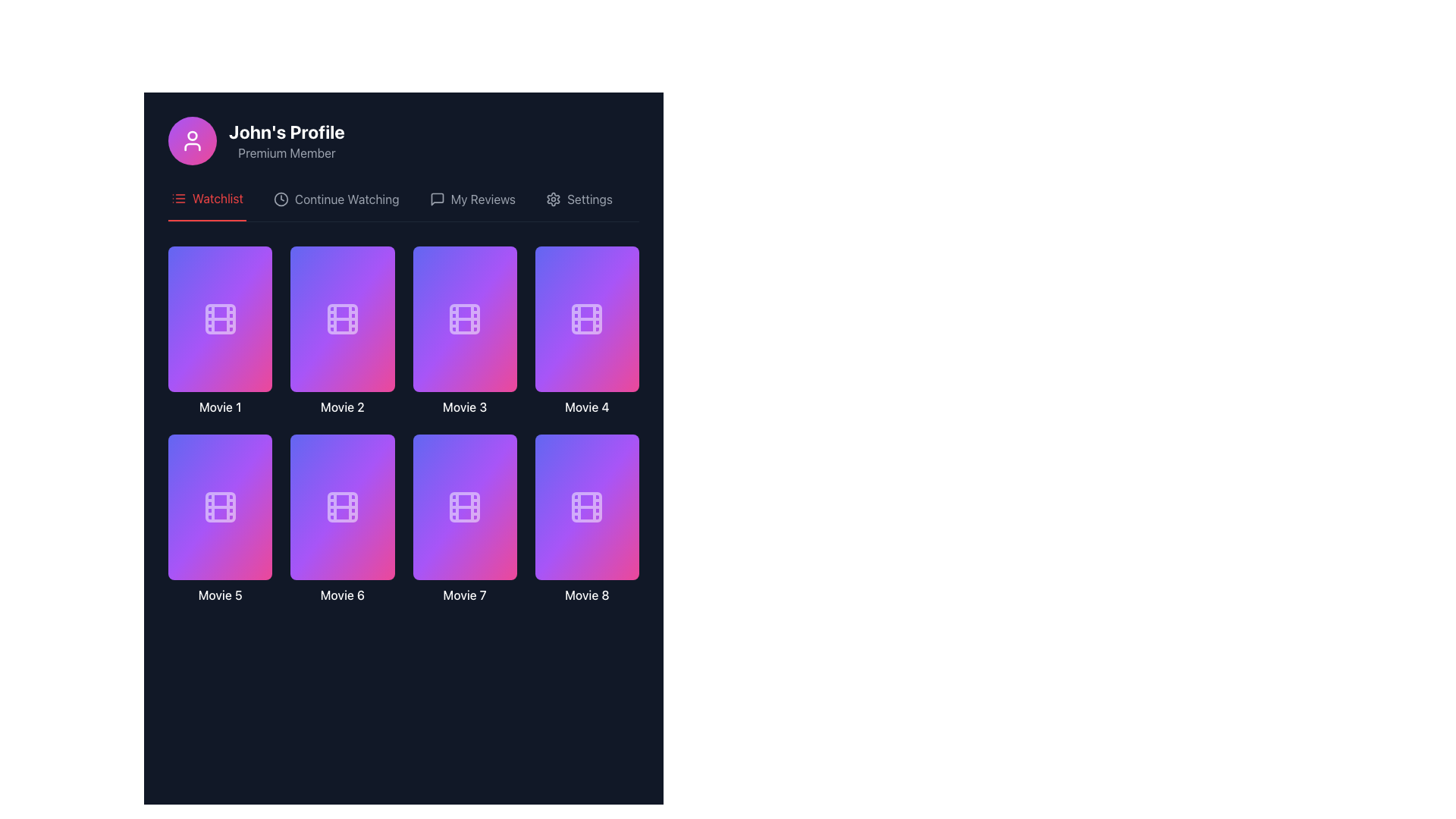 The image size is (1456, 819). Describe the element at coordinates (202, 356) in the screenshot. I see `the 'like' button located in the bottom-left corner of the interface` at that location.